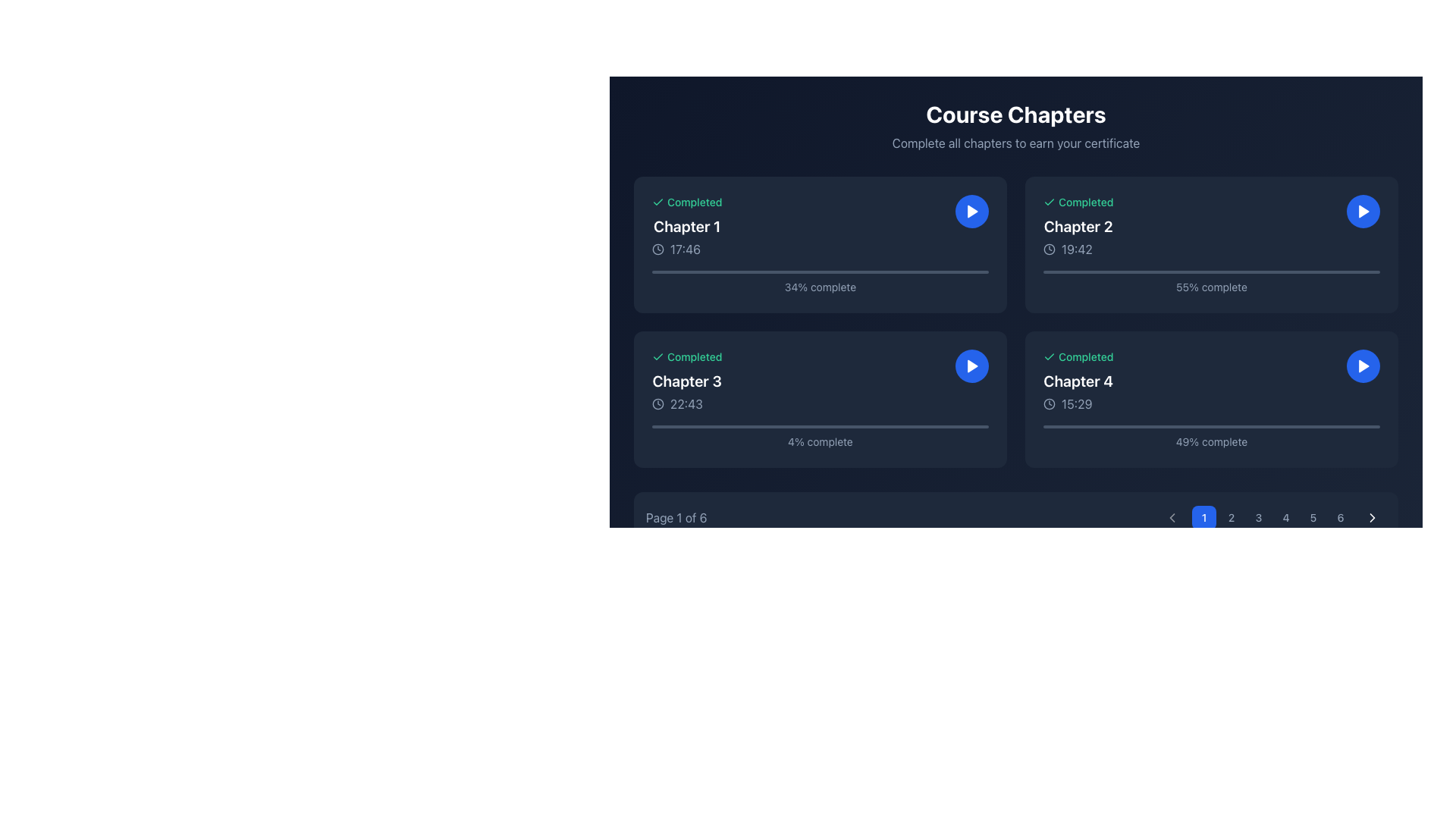 The image size is (1456, 819). I want to click on header text block displaying 'Course Chapters' and 'Complete all chapters to earn your certificate' to understand the section's purpose, so click(1015, 125).